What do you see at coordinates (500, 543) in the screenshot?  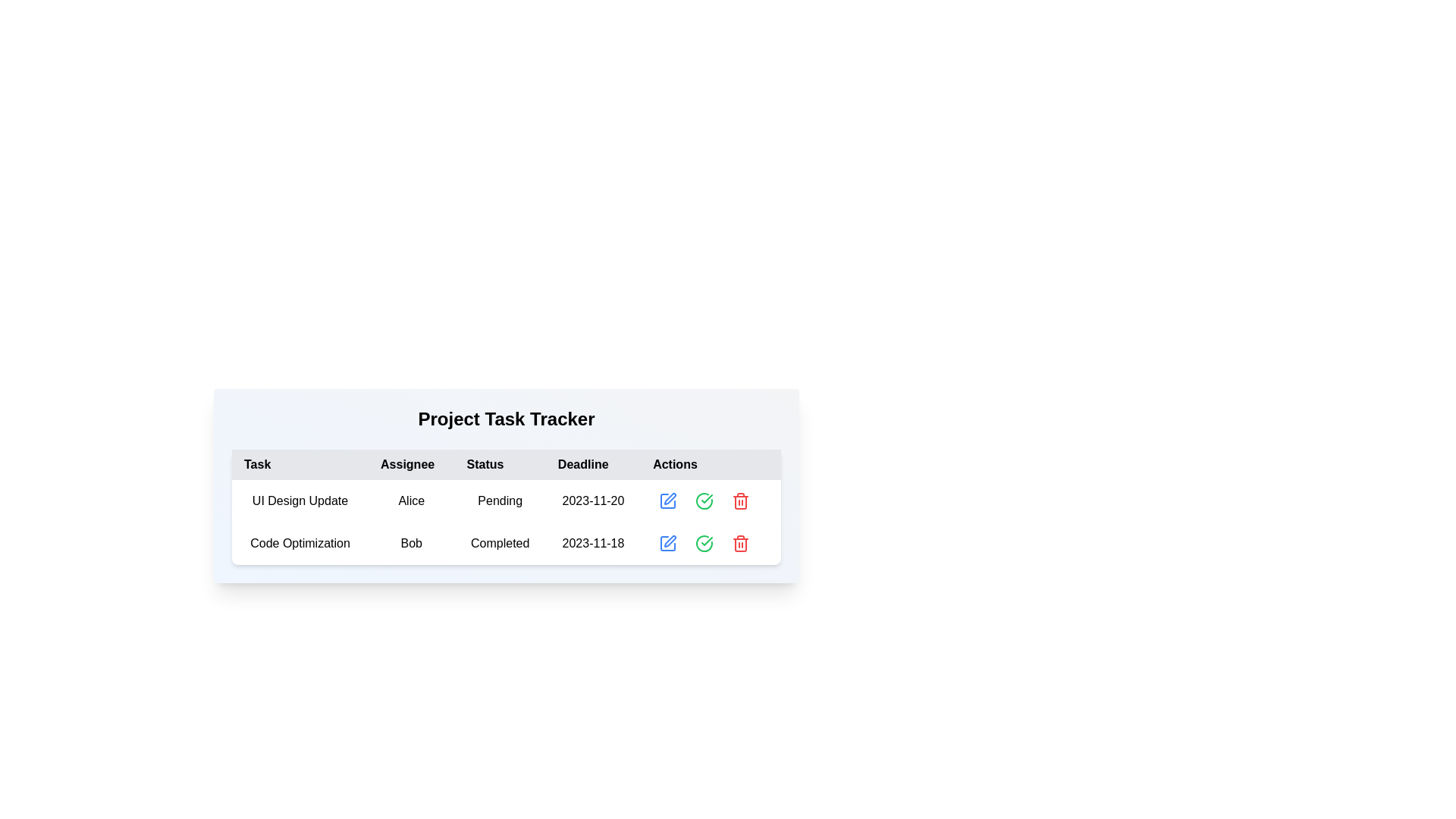 I see `the Text label indicating the status of the task 'Code Optimization', which shows it as 'Completed'. This label is located in the table under the heading 'Status', specifically in the third cell of the row for the task 'Code Optimization'` at bounding box center [500, 543].